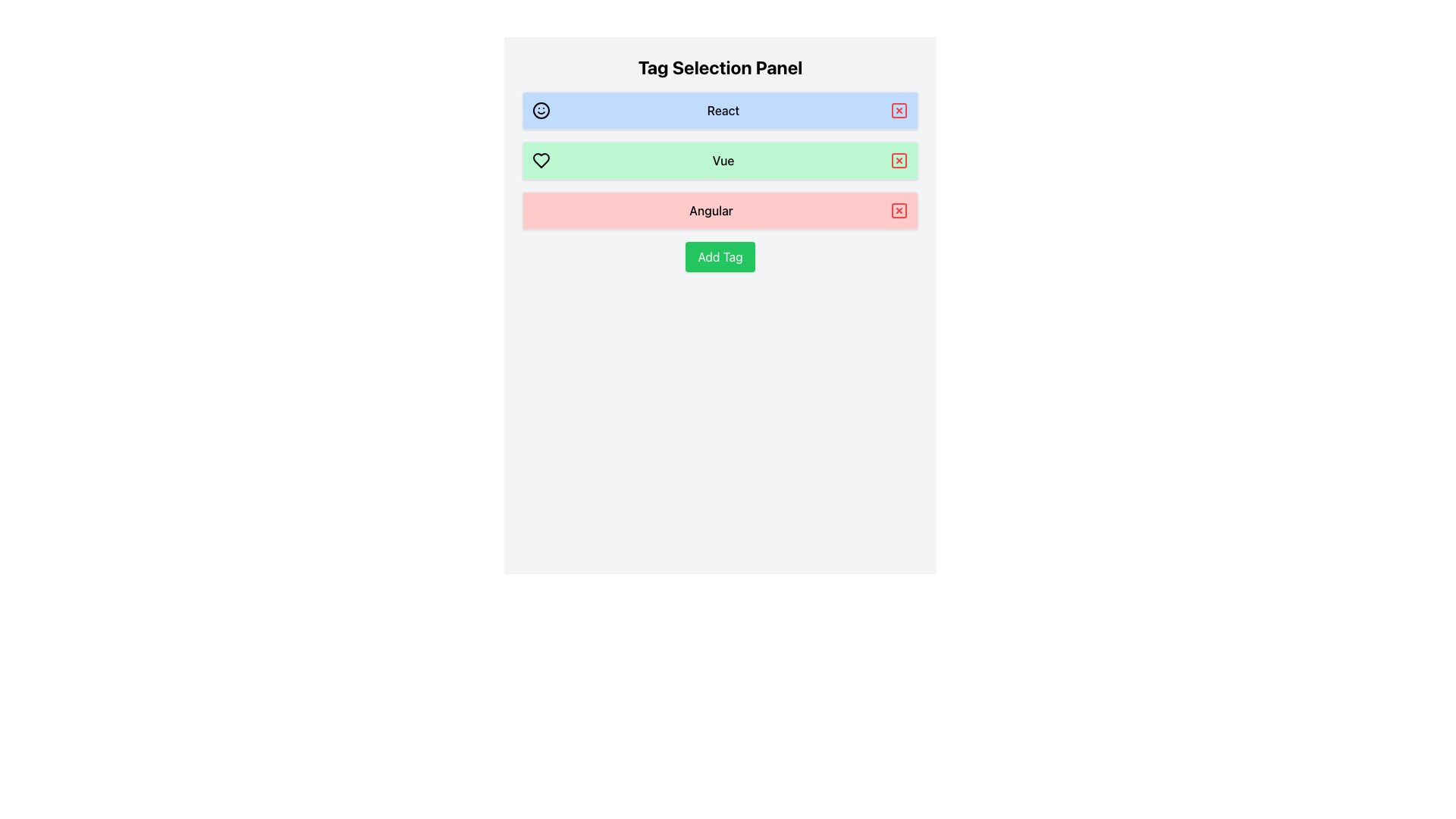 Image resolution: width=1456 pixels, height=819 pixels. Describe the element at coordinates (899, 210) in the screenshot. I see `the interactive close/delete icon located within the red-bordered button on the right side of the Angular tag entry in the third row of the Tag Selection Panel` at that location.